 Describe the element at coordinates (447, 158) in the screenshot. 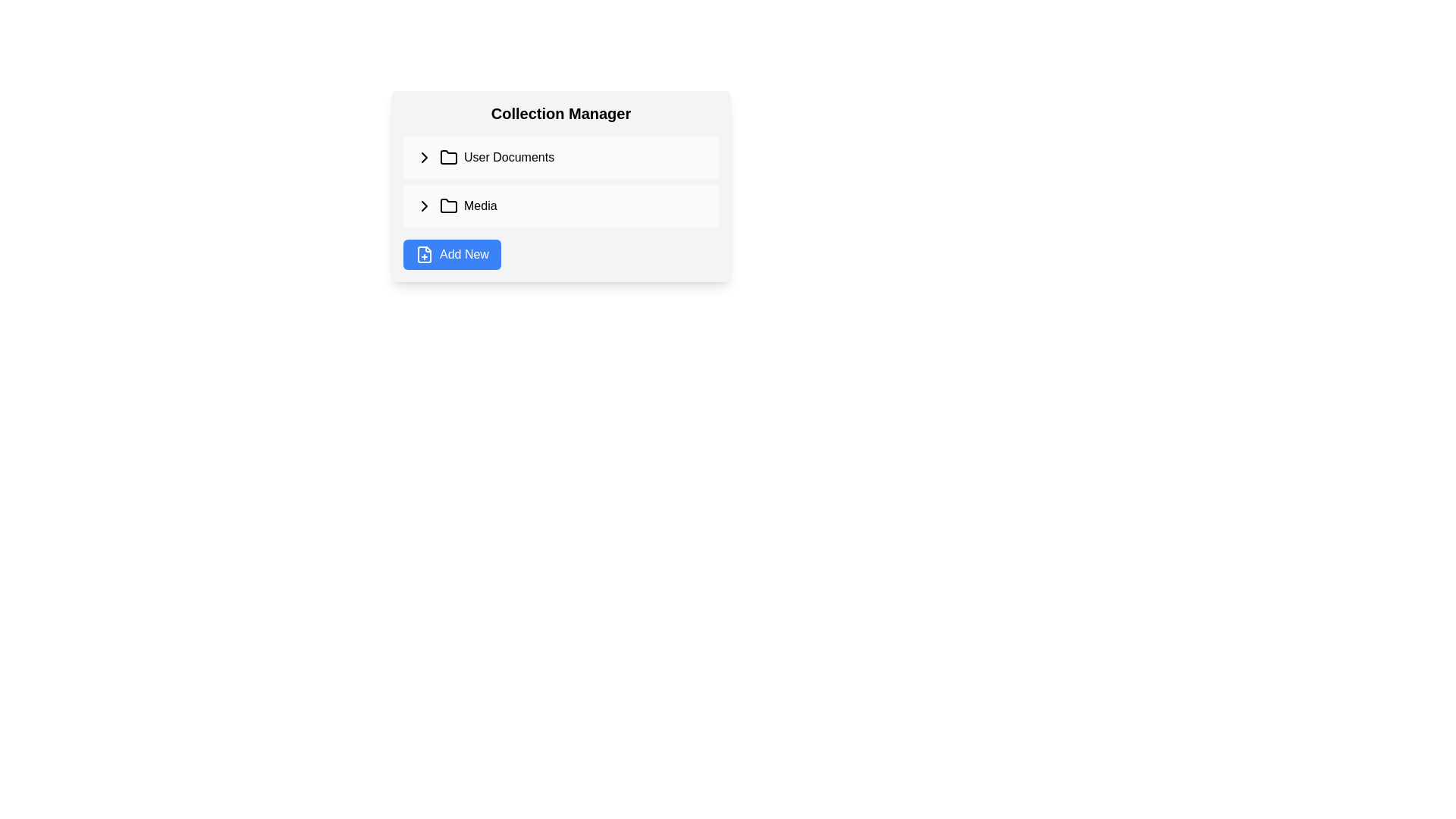

I see `the folder icon that visually signifies a collection of items, located immediately to the right of a small triangular icon and followed by the text 'User Documents'` at that location.